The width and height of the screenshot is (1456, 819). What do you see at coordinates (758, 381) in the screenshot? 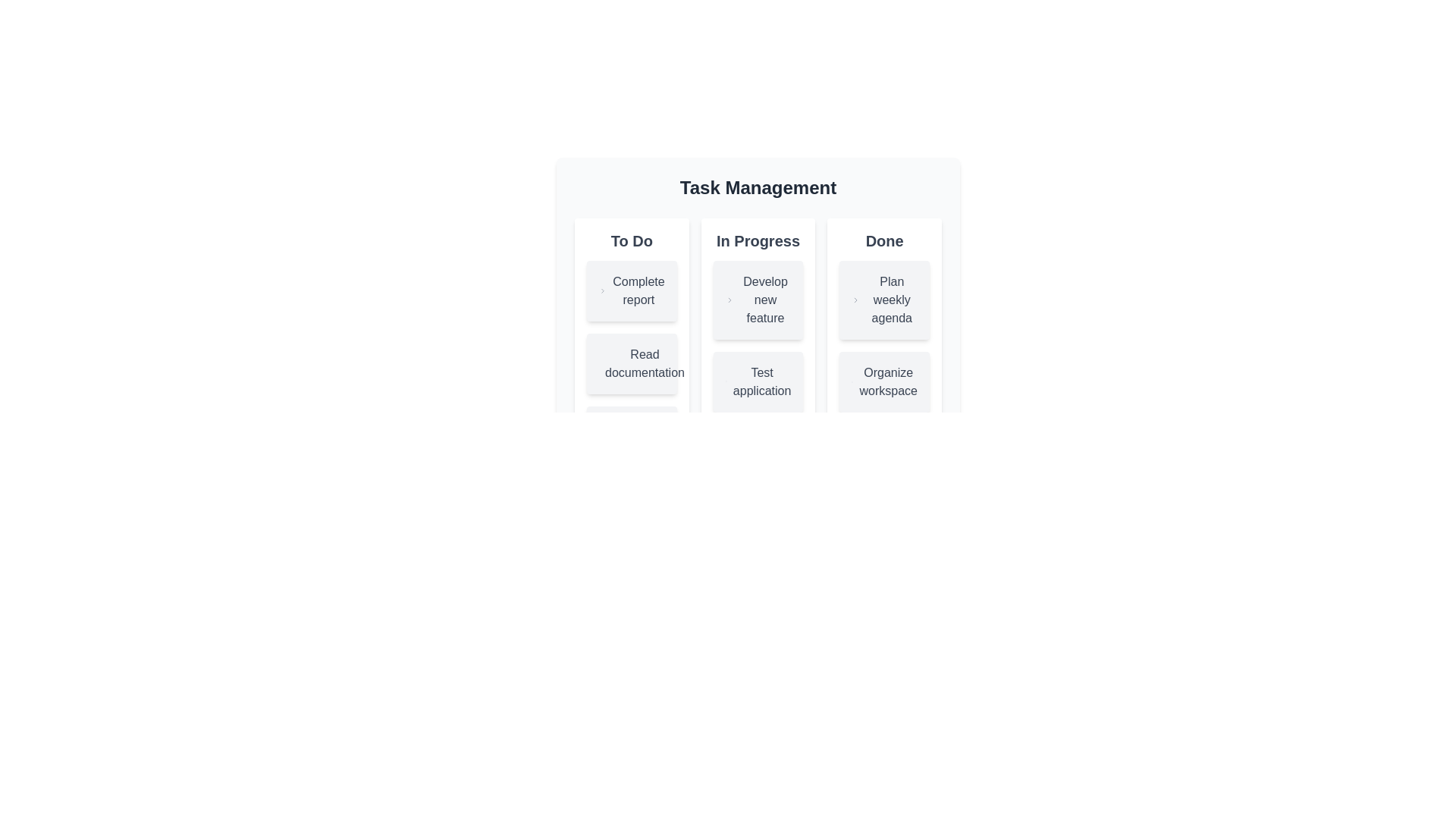
I see `the label displaying 'Test application' in dark gray, located in the 'In Progress' column of the Task Management layout` at bounding box center [758, 381].